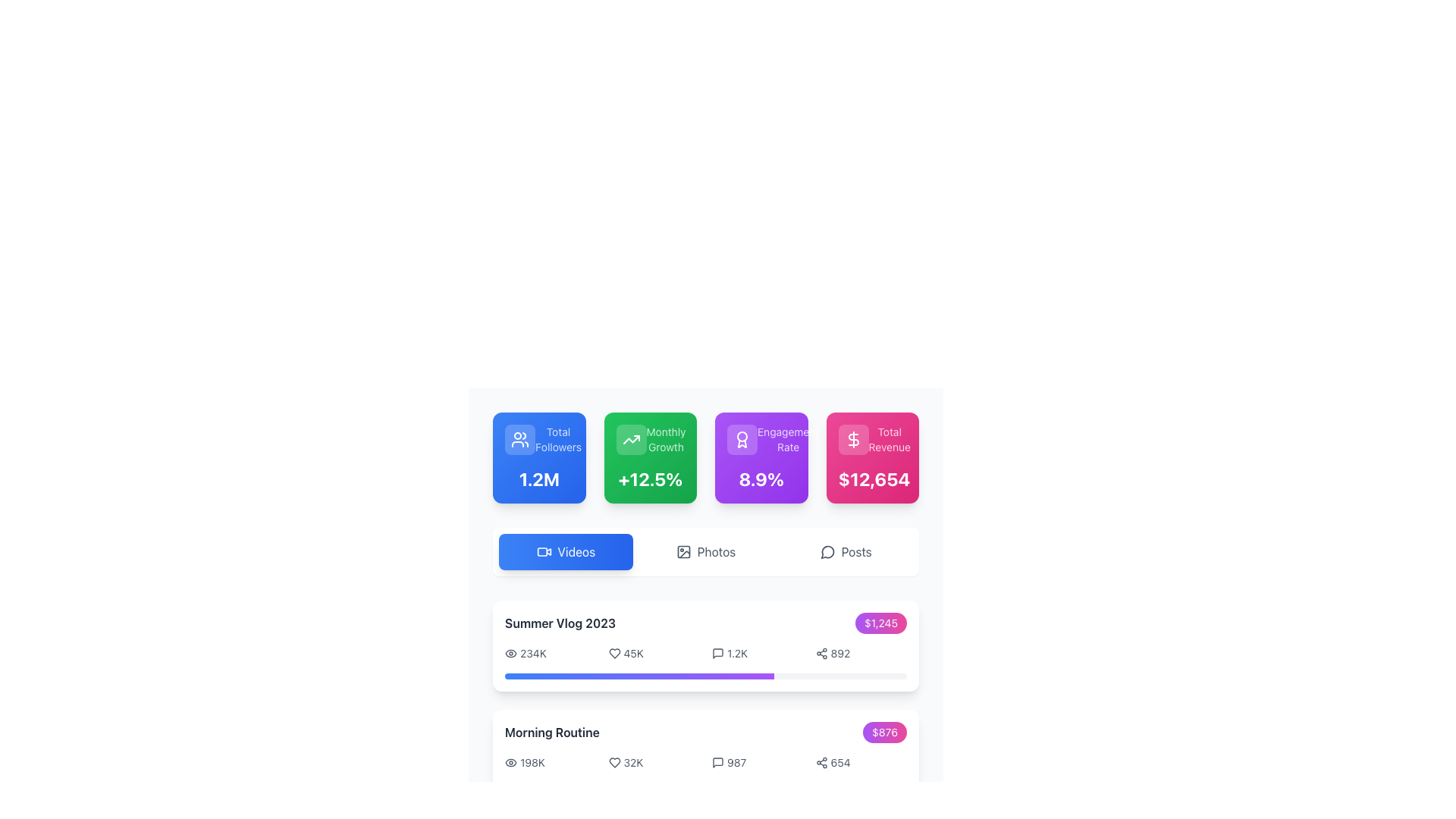 The width and height of the screenshot is (1456, 819). I want to click on the first informational card displaying the total followers statistic of 1.2 million in the top-left of a four-card grid layout, so click(539, 457).